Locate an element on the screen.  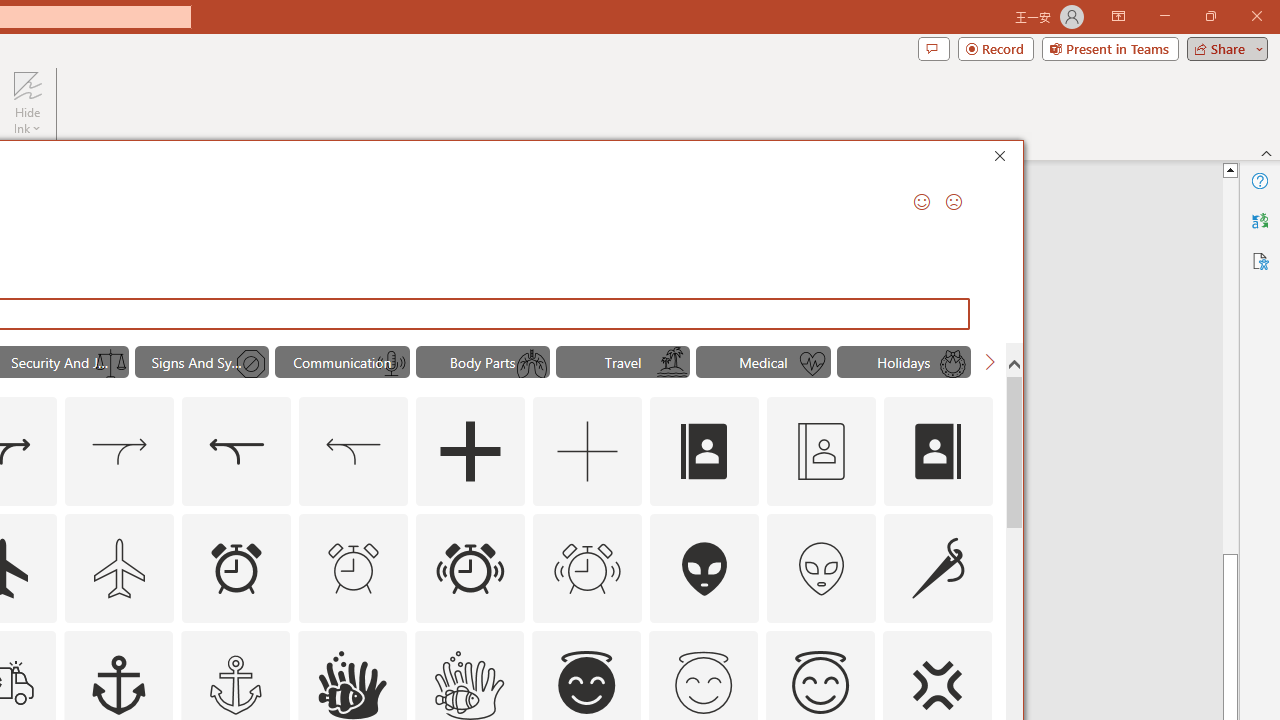
'AutomationID: Icons_Acquisition_LTR_M' is located at coordinates (119, 452).